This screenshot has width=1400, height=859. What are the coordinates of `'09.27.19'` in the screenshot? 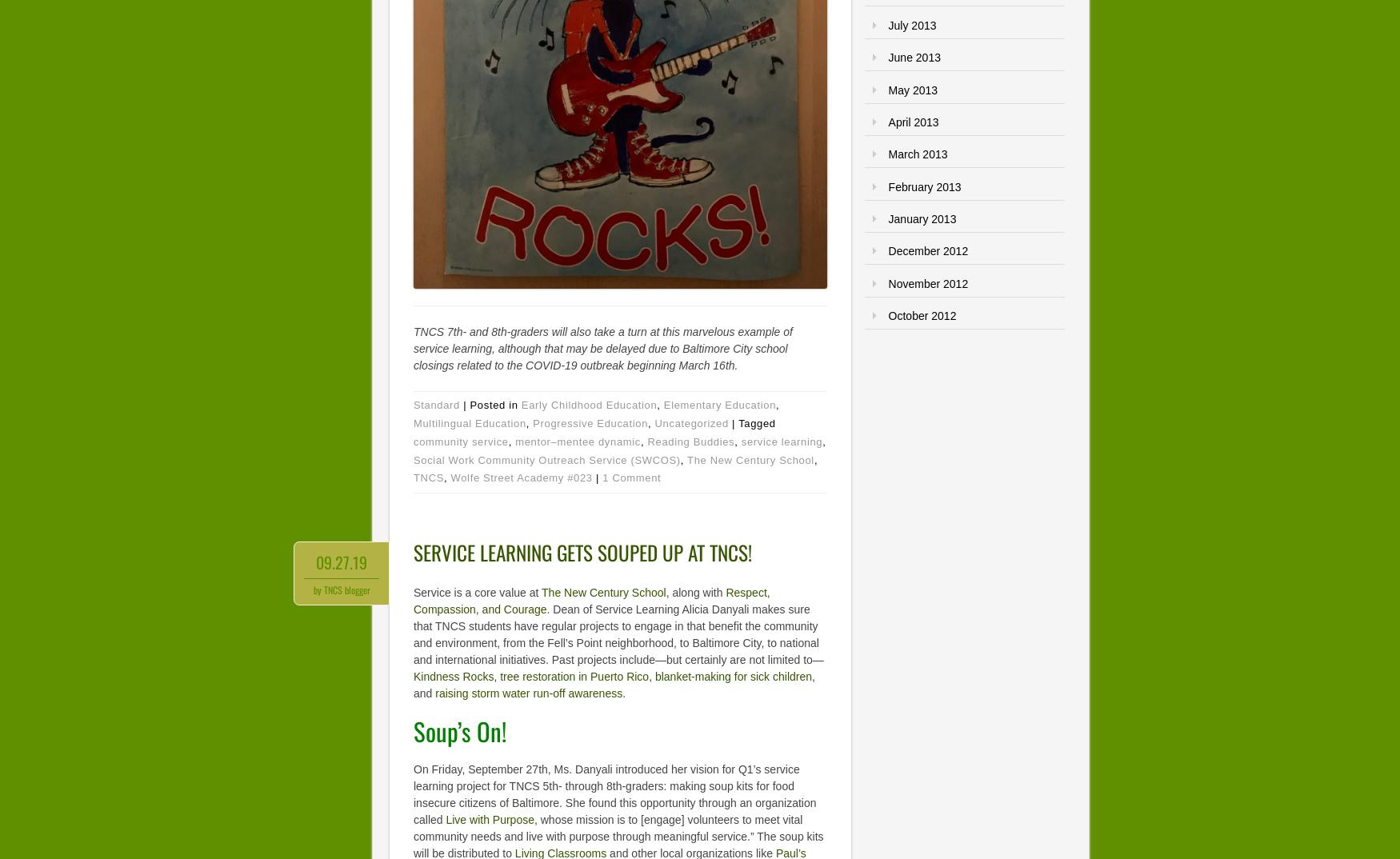 It's located at (341, 562).